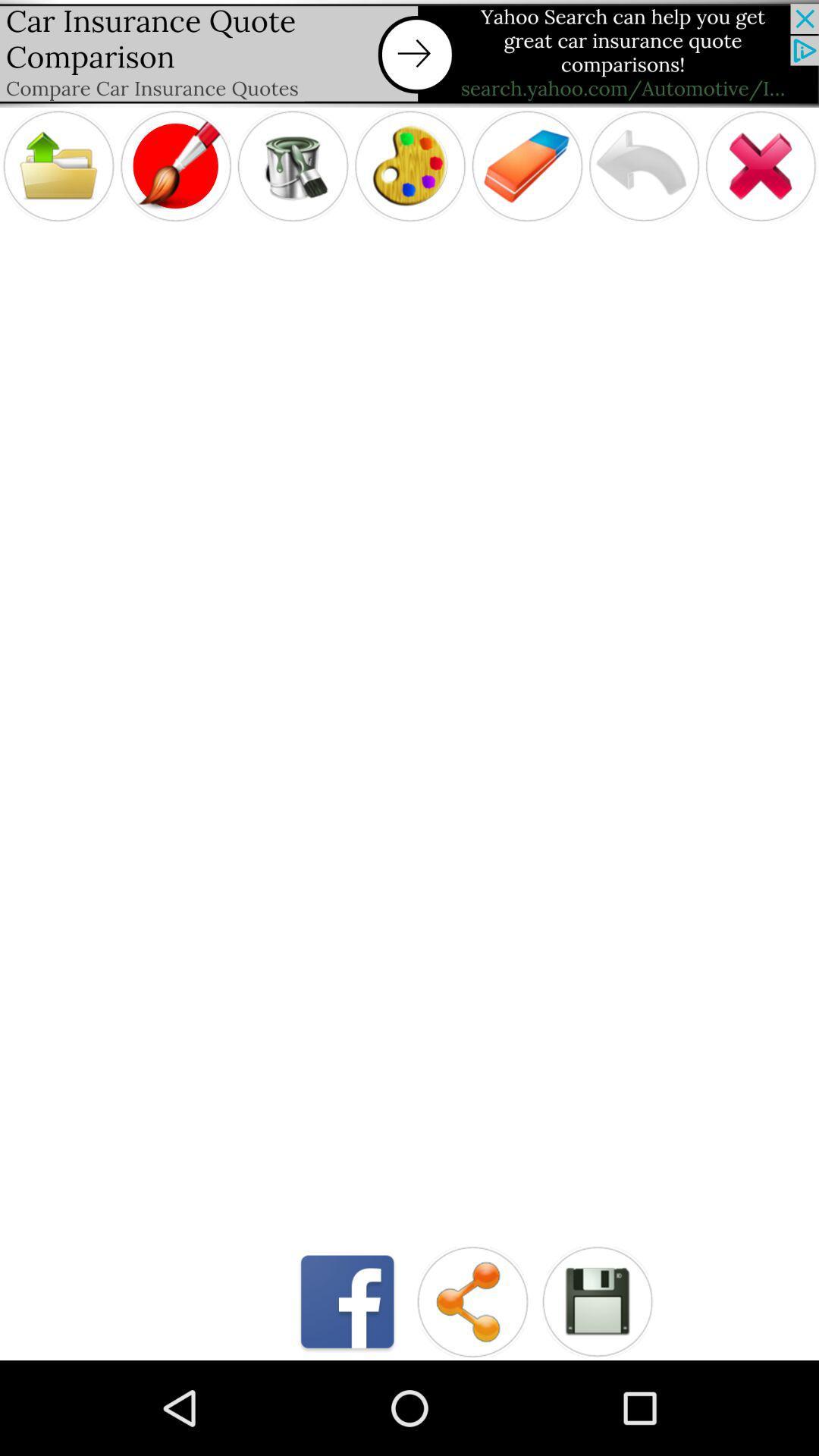 The height and width of the screenshot is (1456, 819). I want to click on the undo icon, so click(644, 177).